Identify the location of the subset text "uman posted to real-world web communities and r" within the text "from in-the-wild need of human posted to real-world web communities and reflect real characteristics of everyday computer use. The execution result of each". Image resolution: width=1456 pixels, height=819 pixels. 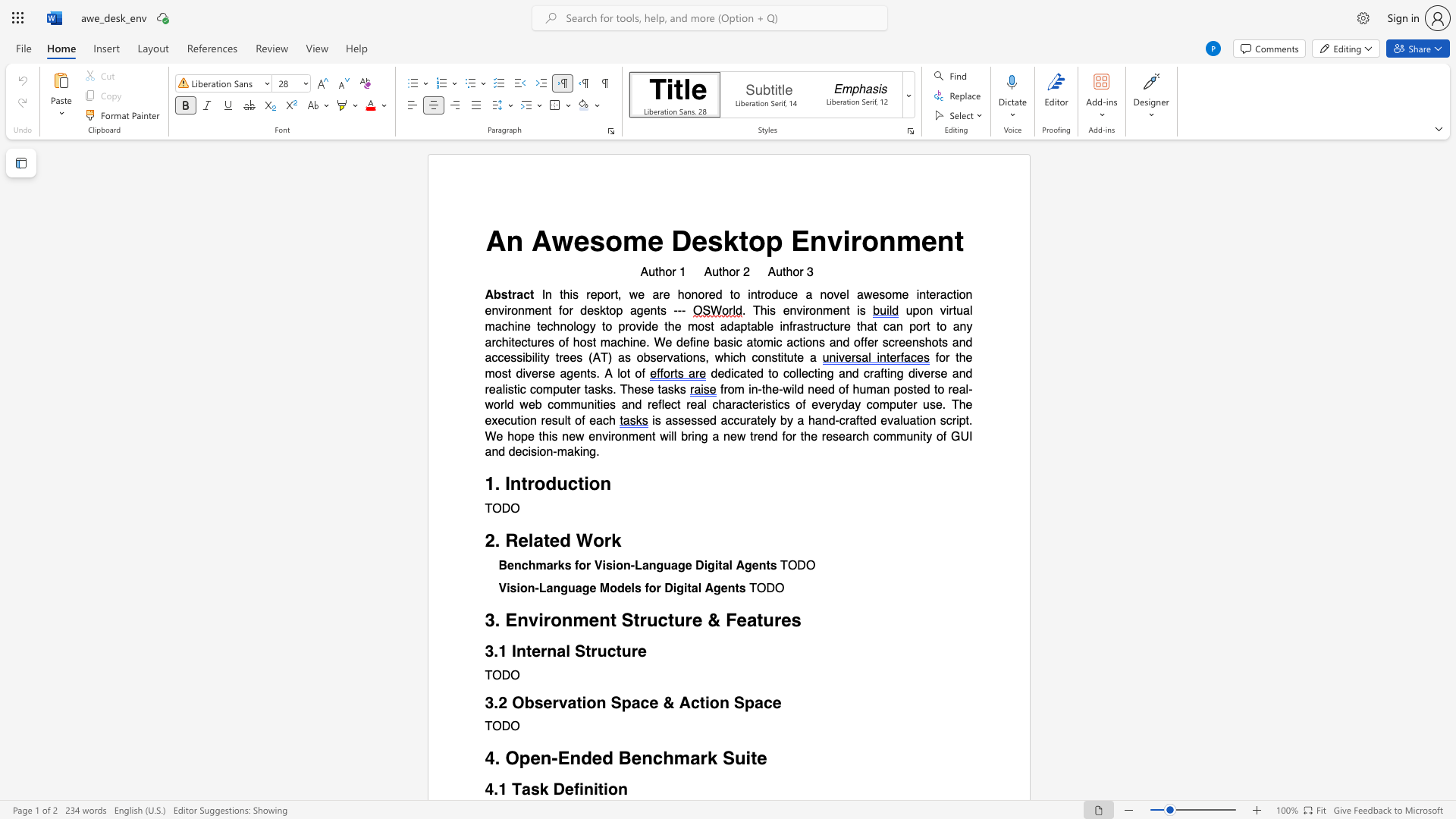
(859, 388).